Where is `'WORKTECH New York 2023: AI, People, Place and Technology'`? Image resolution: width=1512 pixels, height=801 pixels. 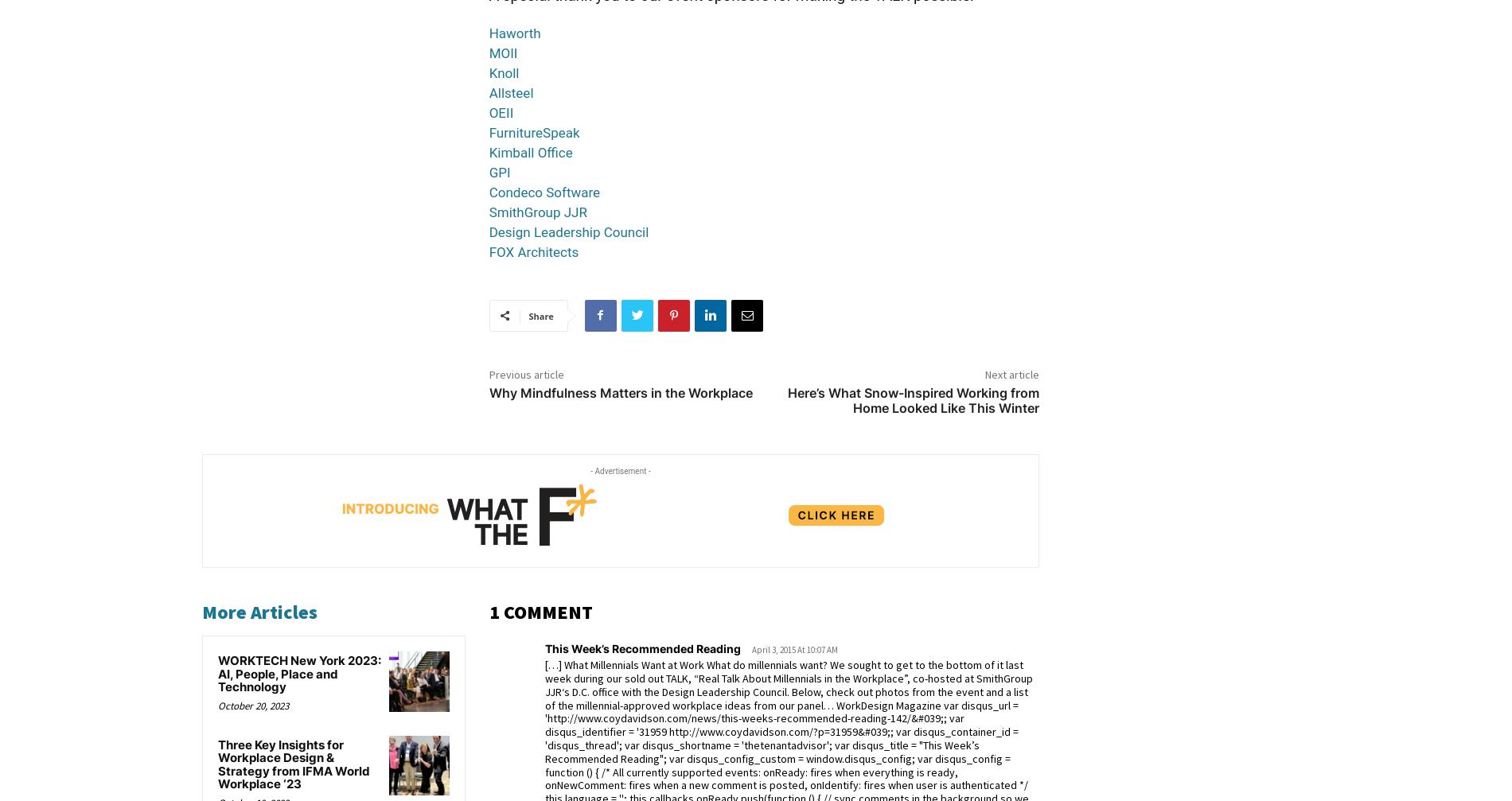 'WORKTECH New York 2023: AI, People, Place and Technology' is located at coordinates (216, 672).